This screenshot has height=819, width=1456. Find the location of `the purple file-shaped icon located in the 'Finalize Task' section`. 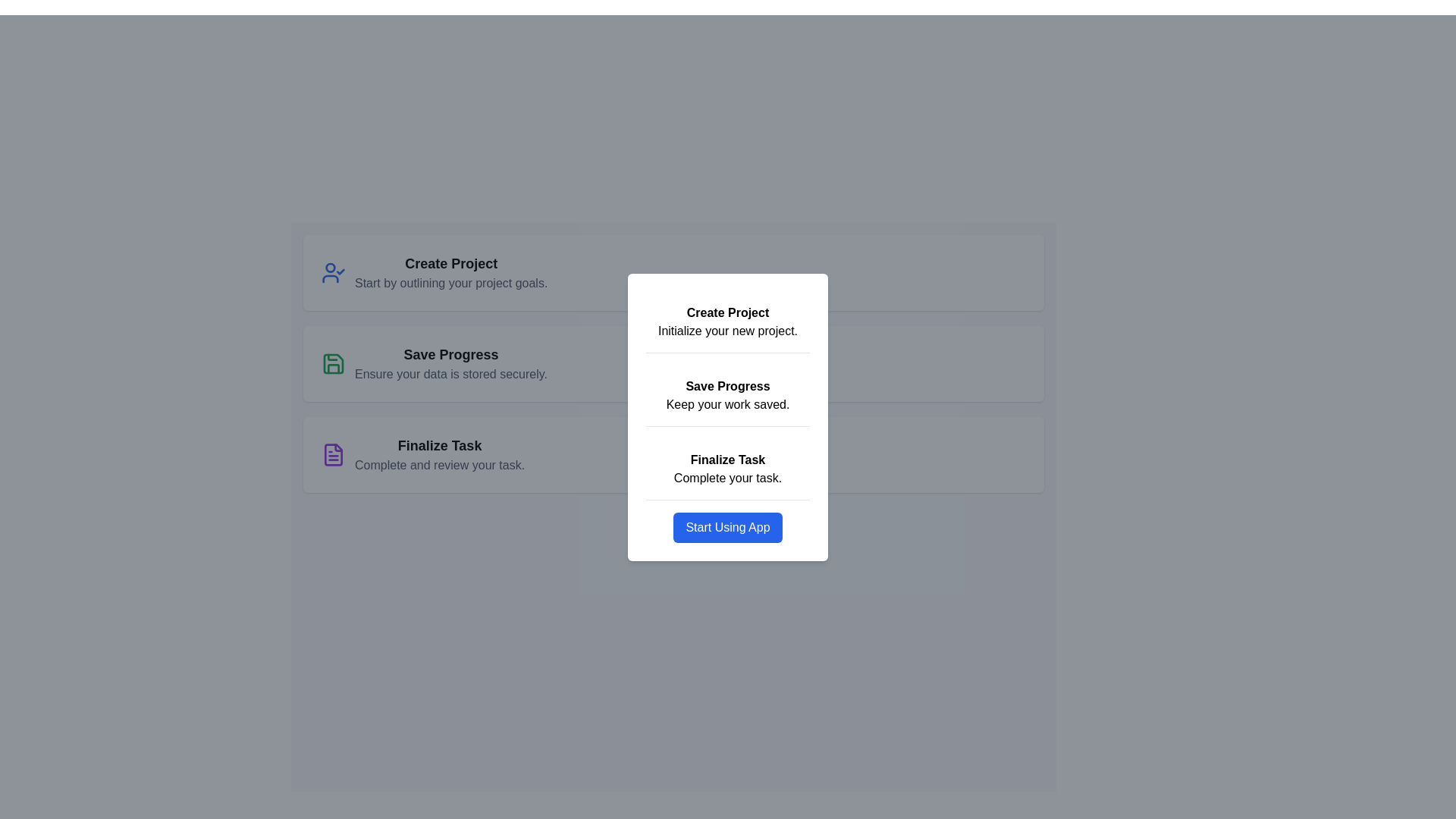

the purple file-shaped icon located in the 'Finalize Task' section is located at coordinates (333, 454).